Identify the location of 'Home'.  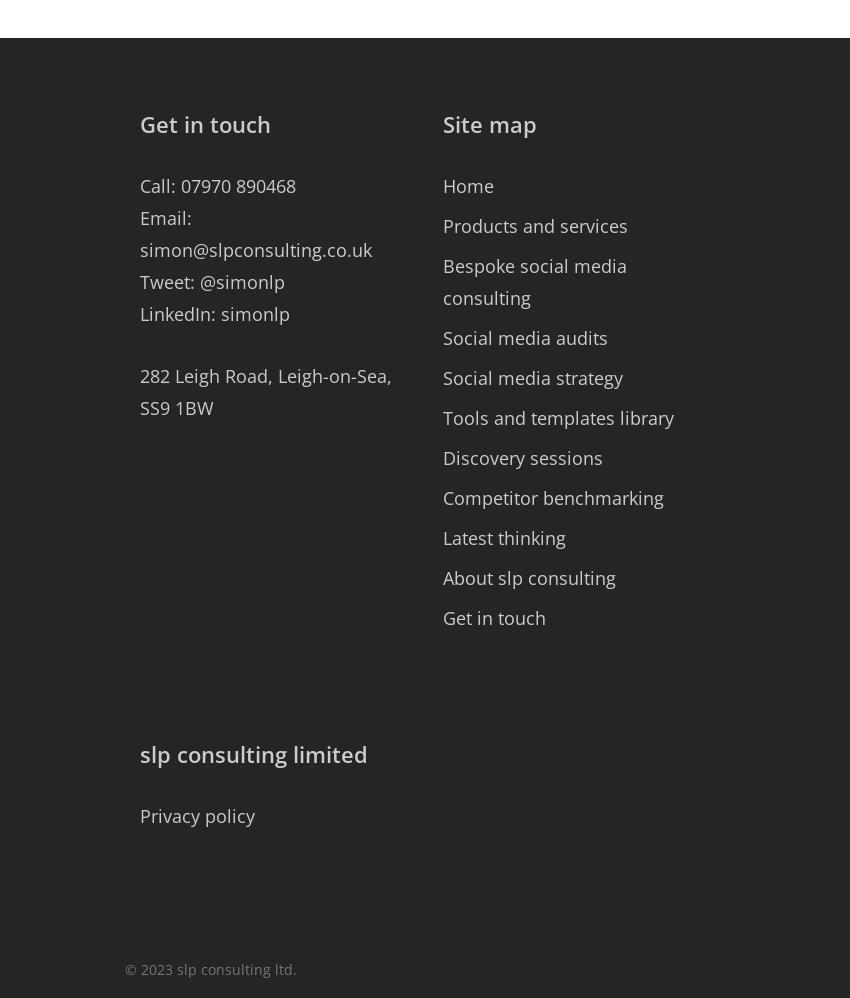
(468, 185).